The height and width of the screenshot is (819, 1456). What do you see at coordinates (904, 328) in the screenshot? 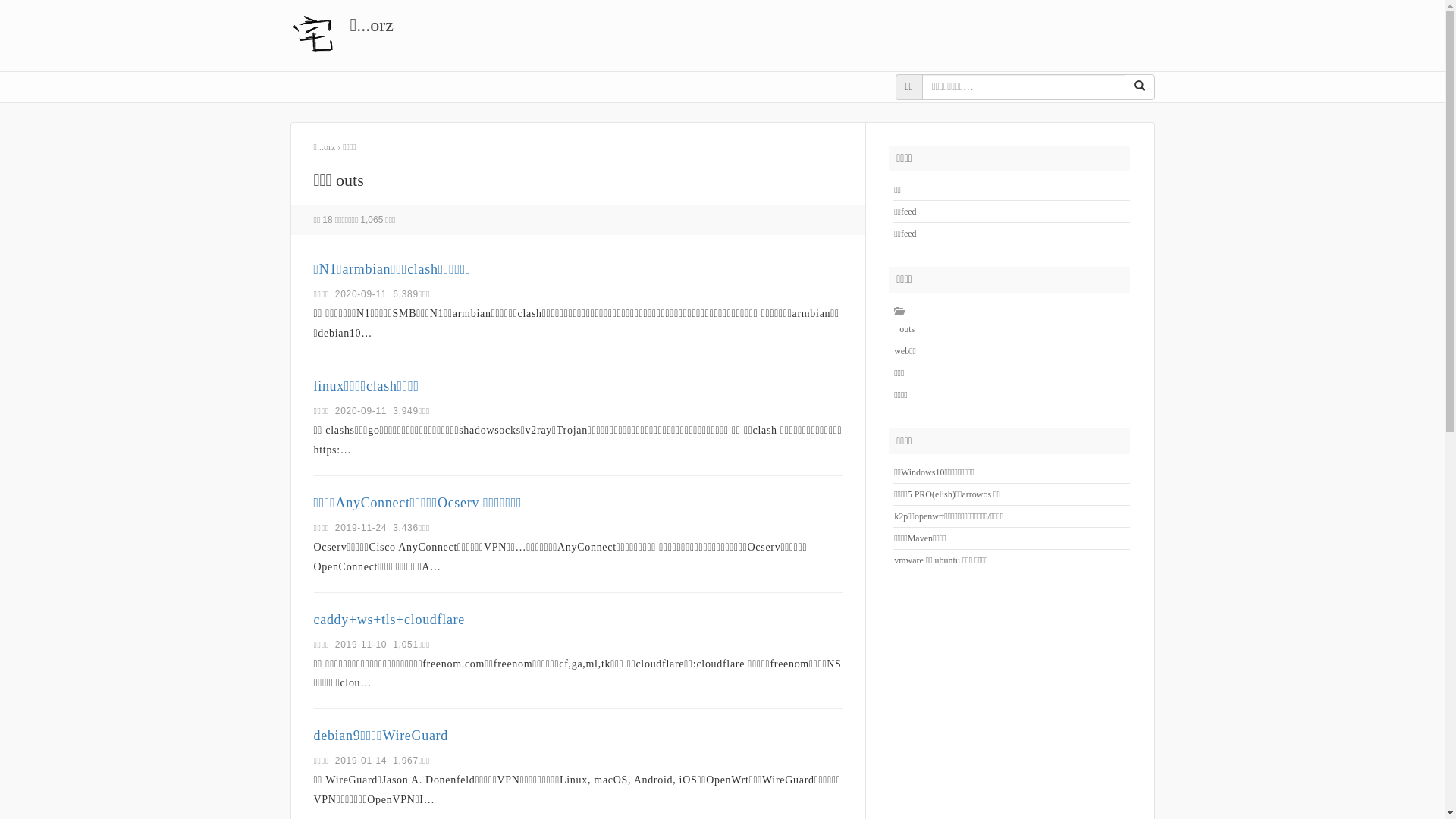
I see `'outs'` at bounding box center [904, 328].